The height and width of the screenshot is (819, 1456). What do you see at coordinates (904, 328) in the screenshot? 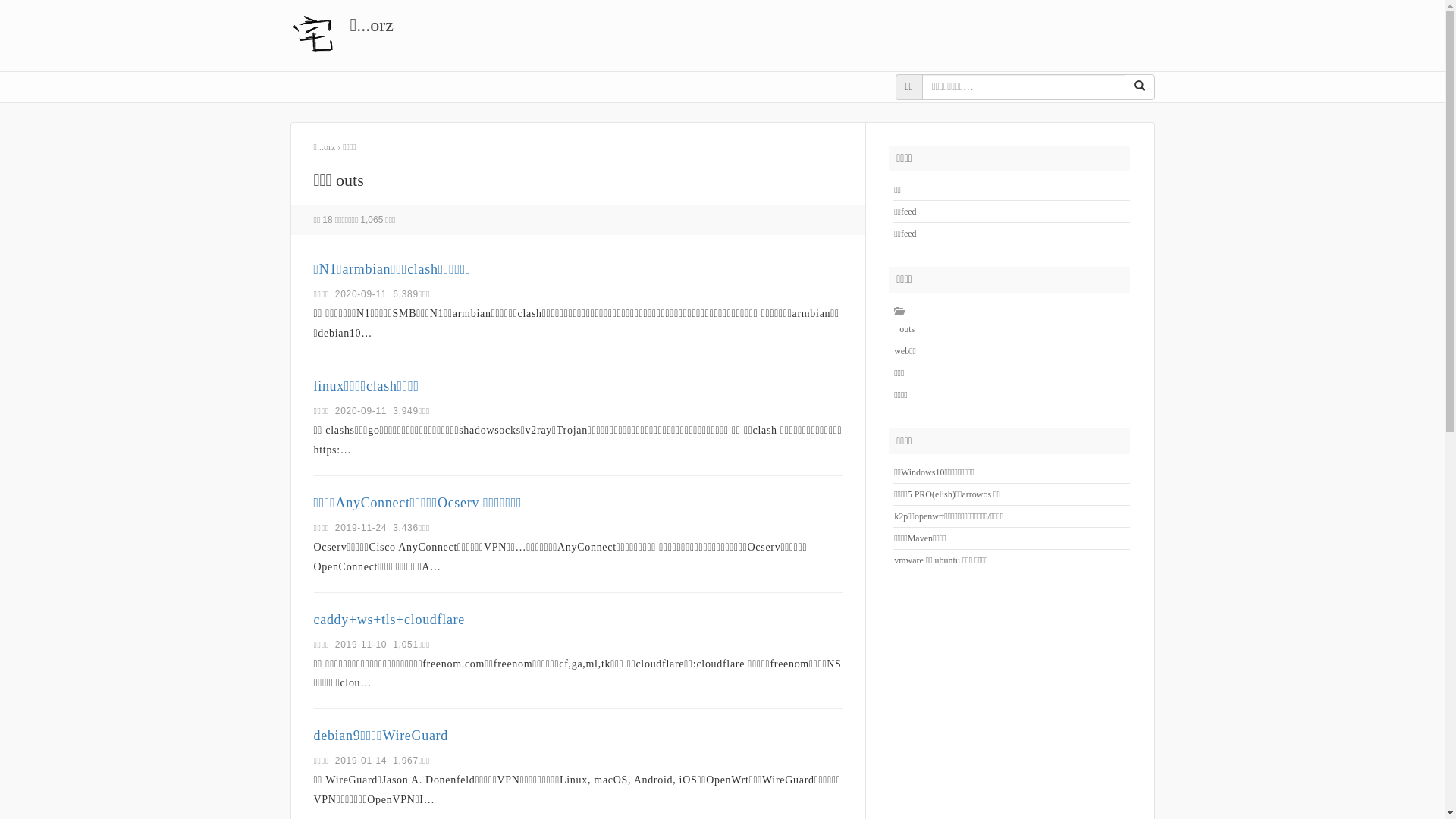
I see `'outs'` at bounding box center [904, 328].